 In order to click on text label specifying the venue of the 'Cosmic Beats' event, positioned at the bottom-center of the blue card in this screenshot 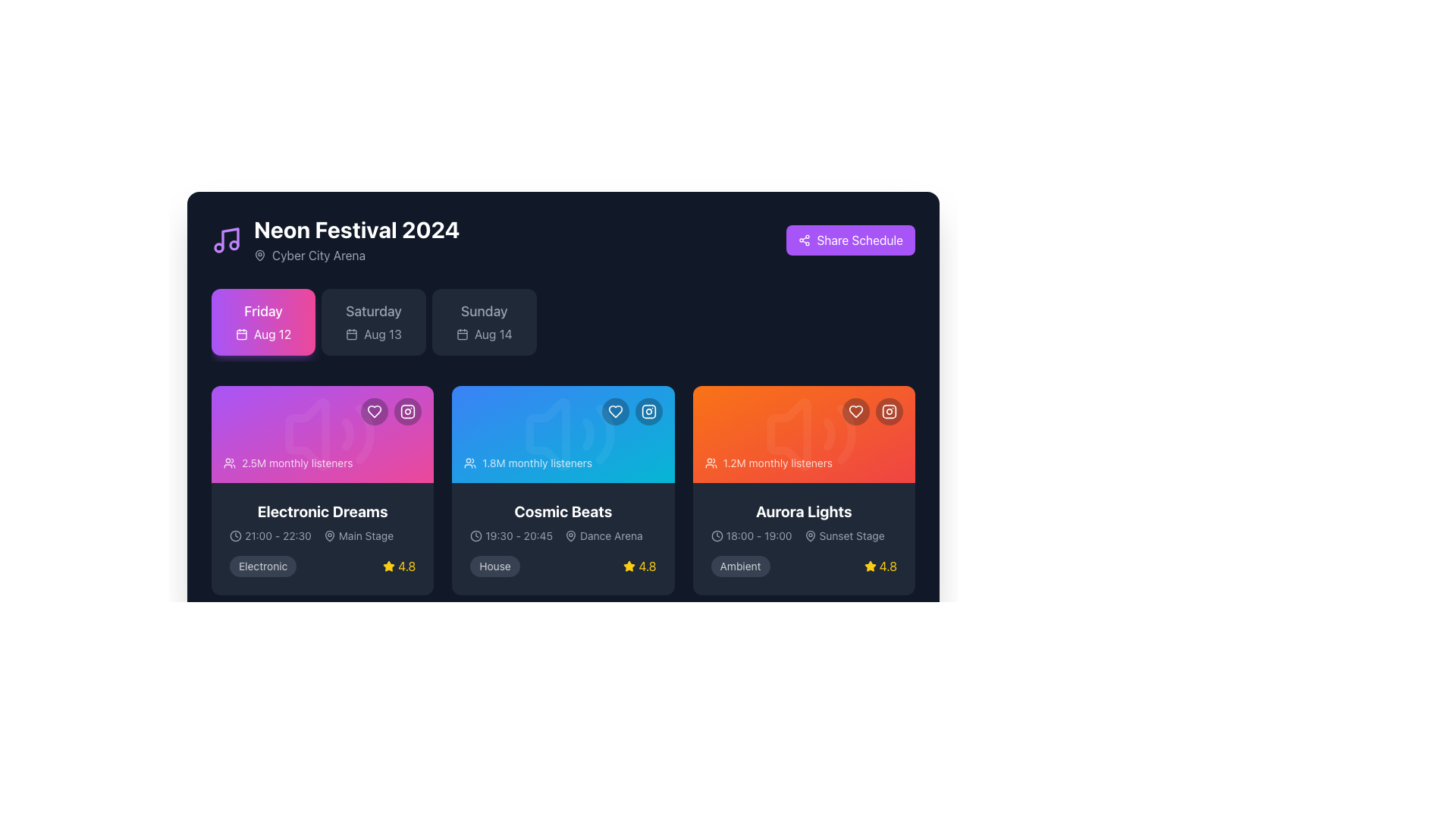, I will do `click(611, 535)`.